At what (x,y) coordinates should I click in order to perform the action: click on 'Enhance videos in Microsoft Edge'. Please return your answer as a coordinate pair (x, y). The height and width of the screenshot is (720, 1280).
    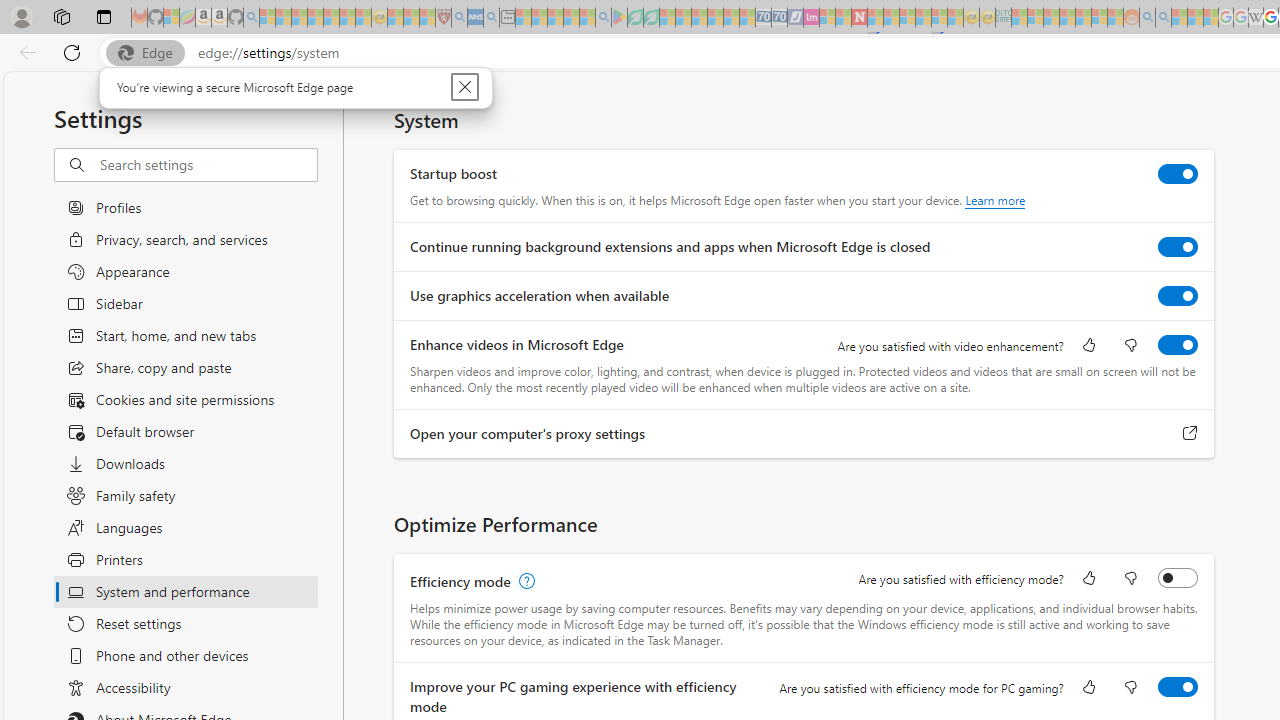
    Looking at the image, I should click on (1178, 343).